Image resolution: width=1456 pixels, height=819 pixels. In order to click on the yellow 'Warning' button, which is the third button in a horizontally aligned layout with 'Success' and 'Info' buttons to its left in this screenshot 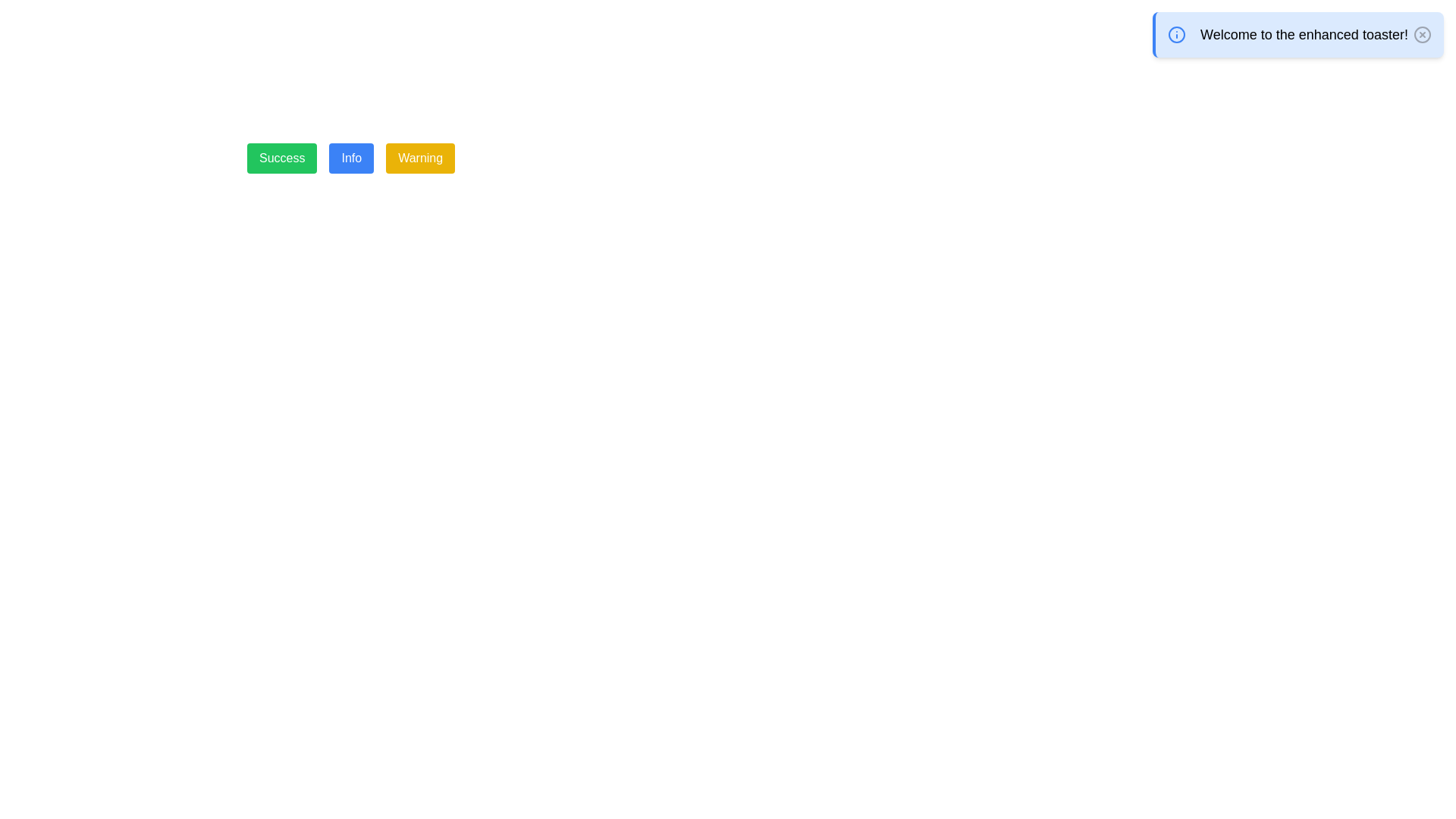, I will do `click(404, 164)`.